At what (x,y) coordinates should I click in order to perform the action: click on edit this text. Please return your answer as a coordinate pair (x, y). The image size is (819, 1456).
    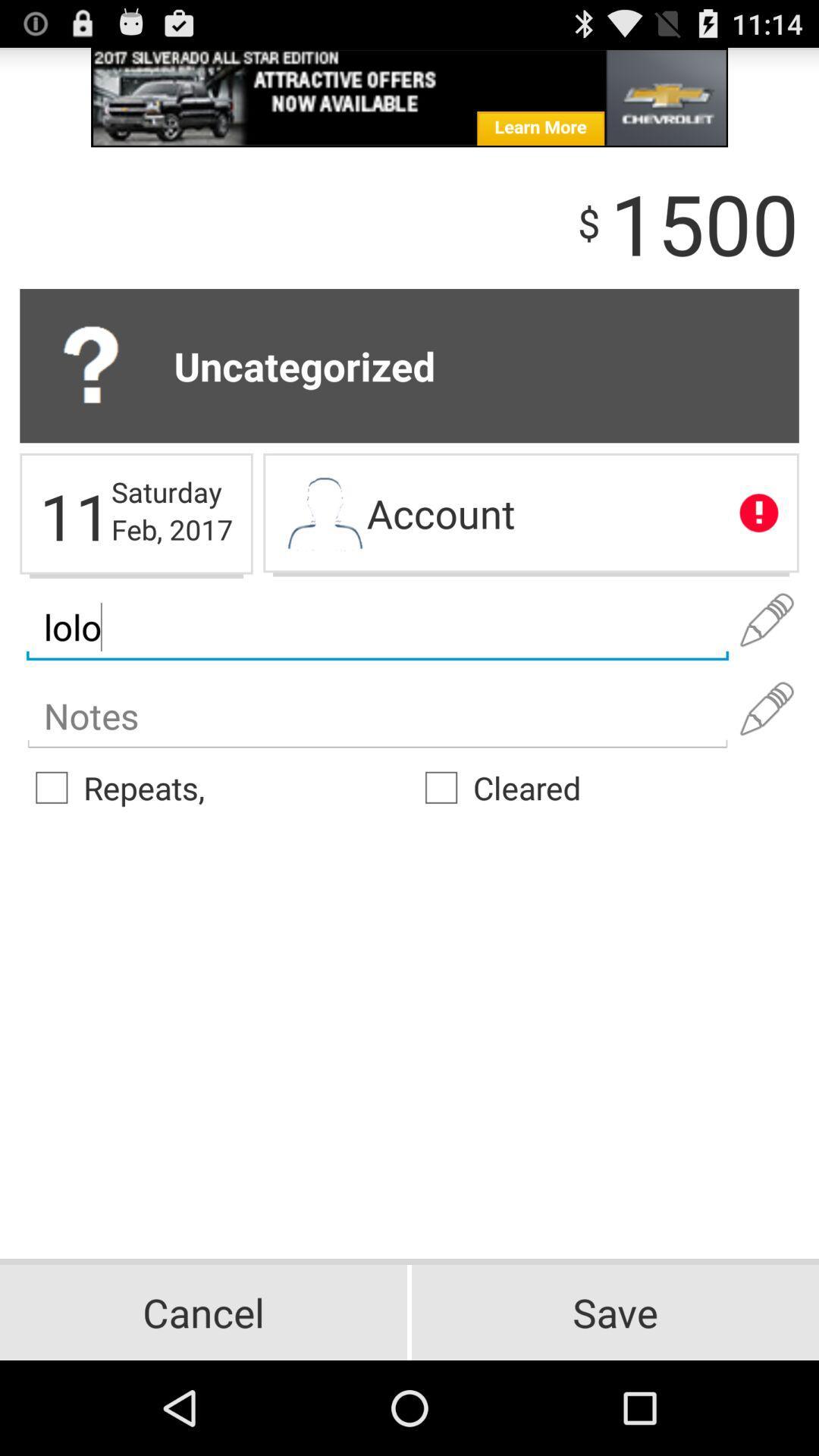
    Looking at the image, I should click on (767, 620).